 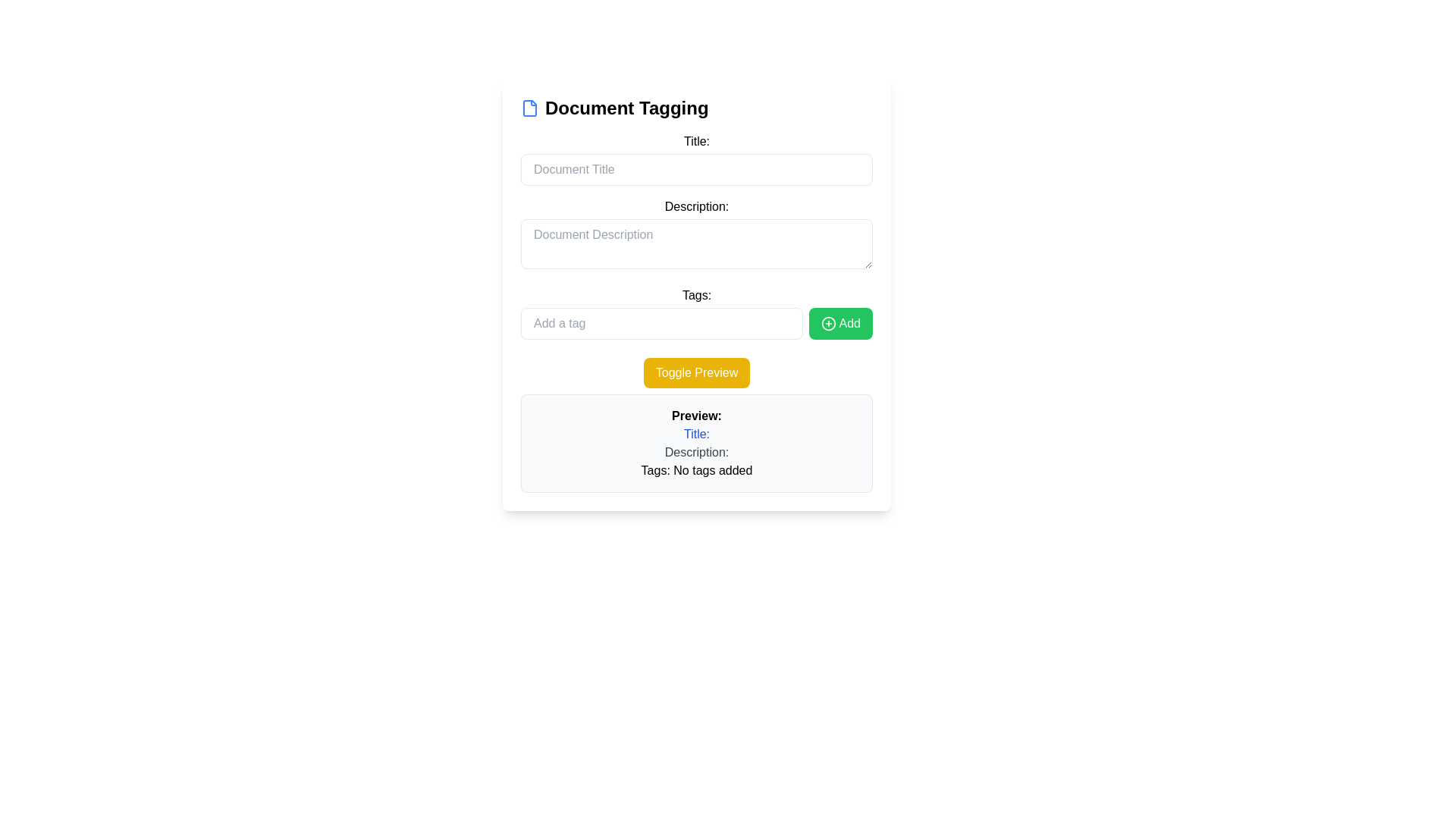 What do you see at coordinates (695, 295) in the screenshot?
I see `the text label indicating the input field for tags, which is positioned directly above the 'Add a tag' field in the form interface under the 'Description' field` at bounding box center [695, 295].